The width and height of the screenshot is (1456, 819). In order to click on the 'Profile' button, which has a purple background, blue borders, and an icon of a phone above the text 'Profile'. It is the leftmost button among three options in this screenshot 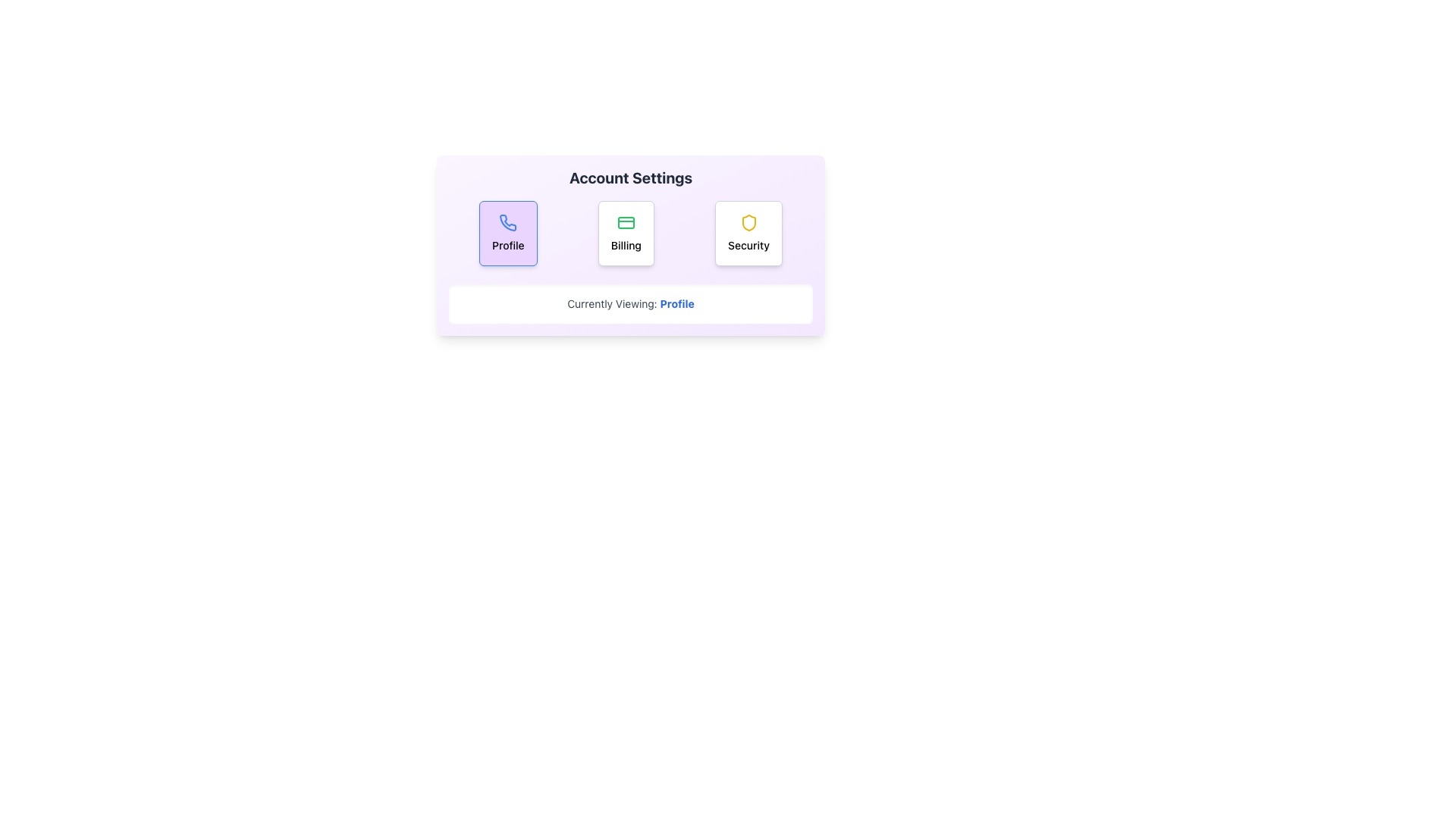, I will do `click(508, 234)`.